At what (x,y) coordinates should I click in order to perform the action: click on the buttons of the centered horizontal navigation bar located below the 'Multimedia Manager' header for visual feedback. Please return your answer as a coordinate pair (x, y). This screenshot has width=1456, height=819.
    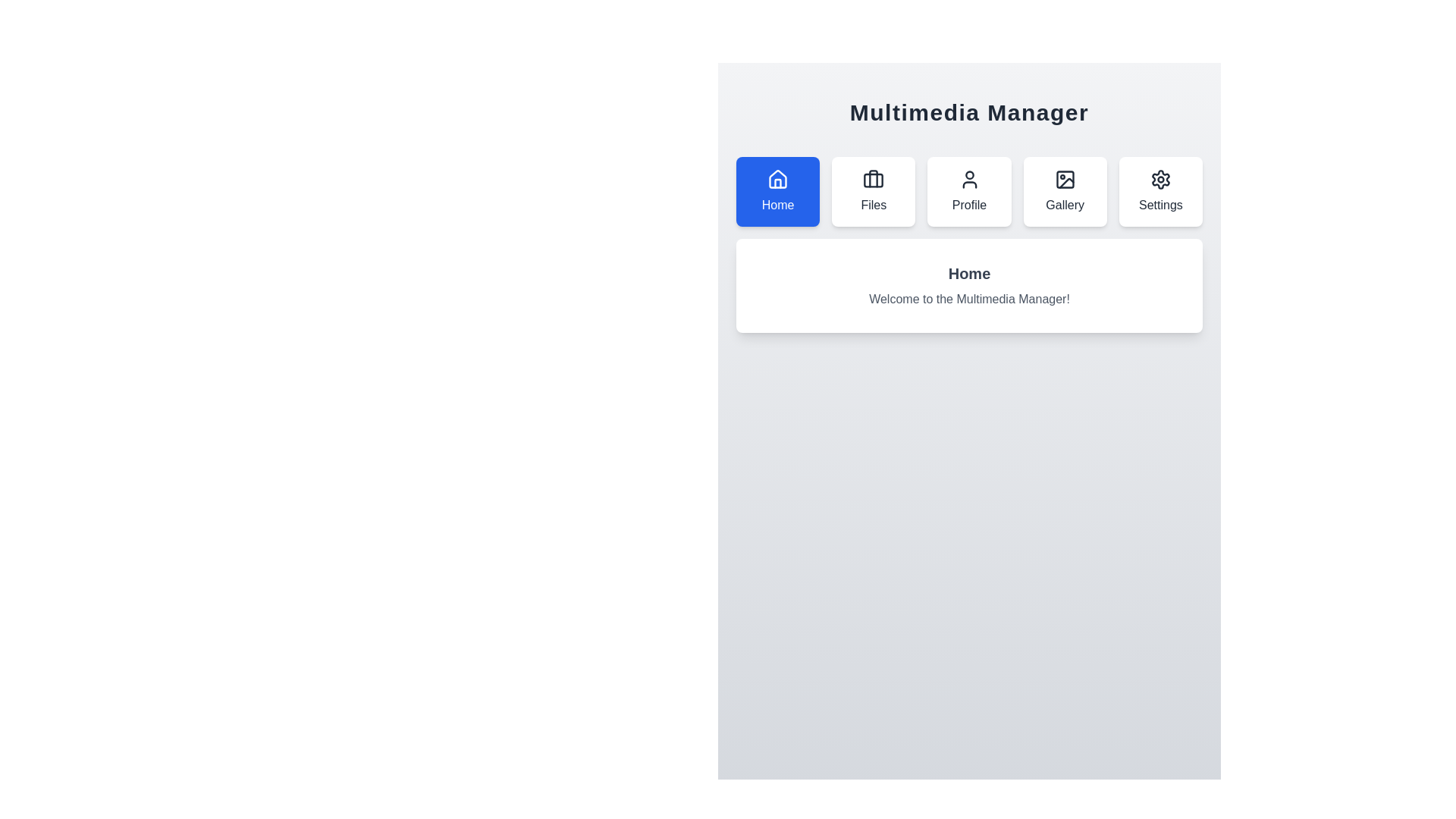
    Looking at the image, I should click on (968, 191).